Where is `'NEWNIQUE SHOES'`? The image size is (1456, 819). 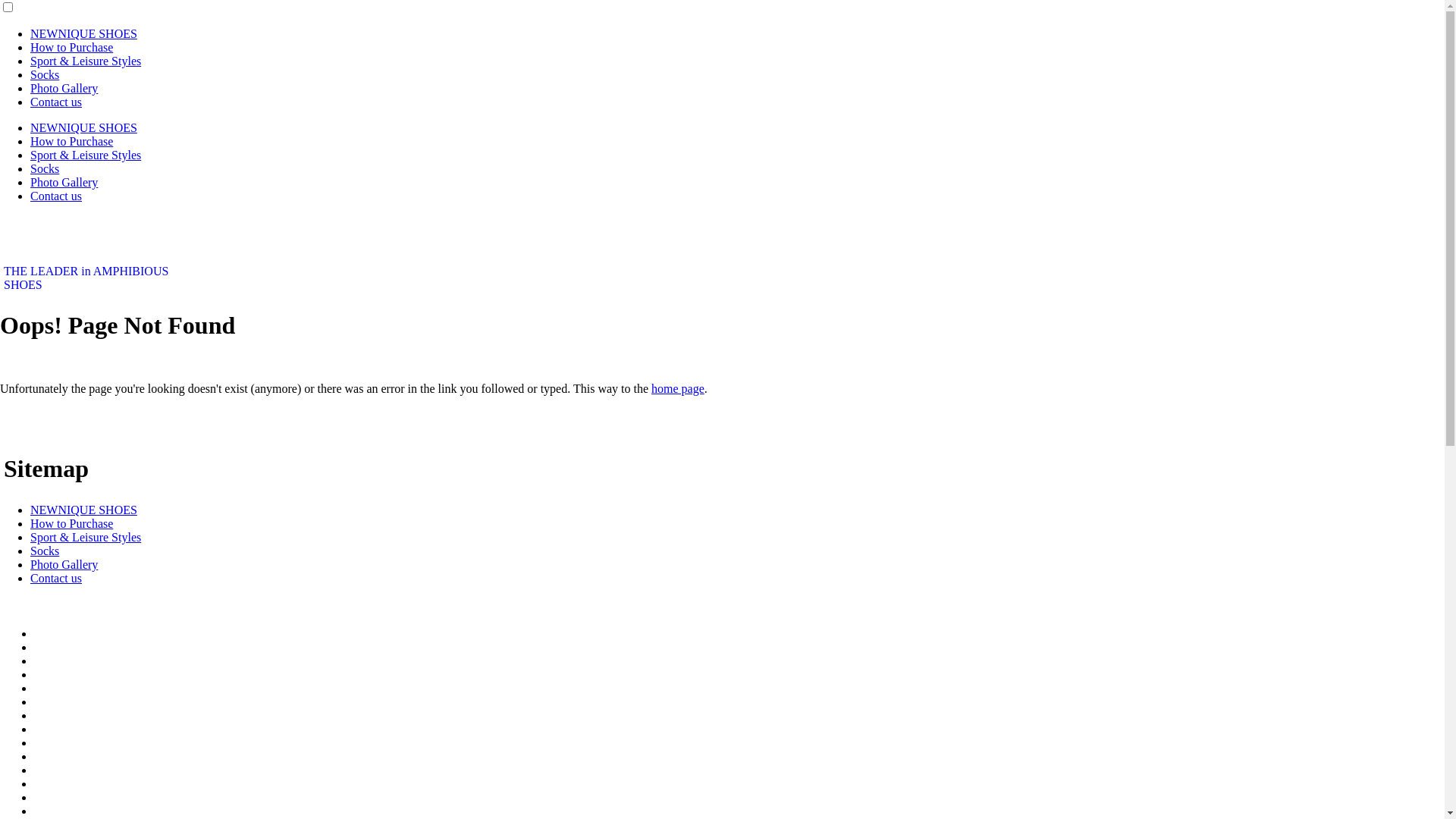
'NEWNIQUE SHOES' is located at coordinates (83, 127).